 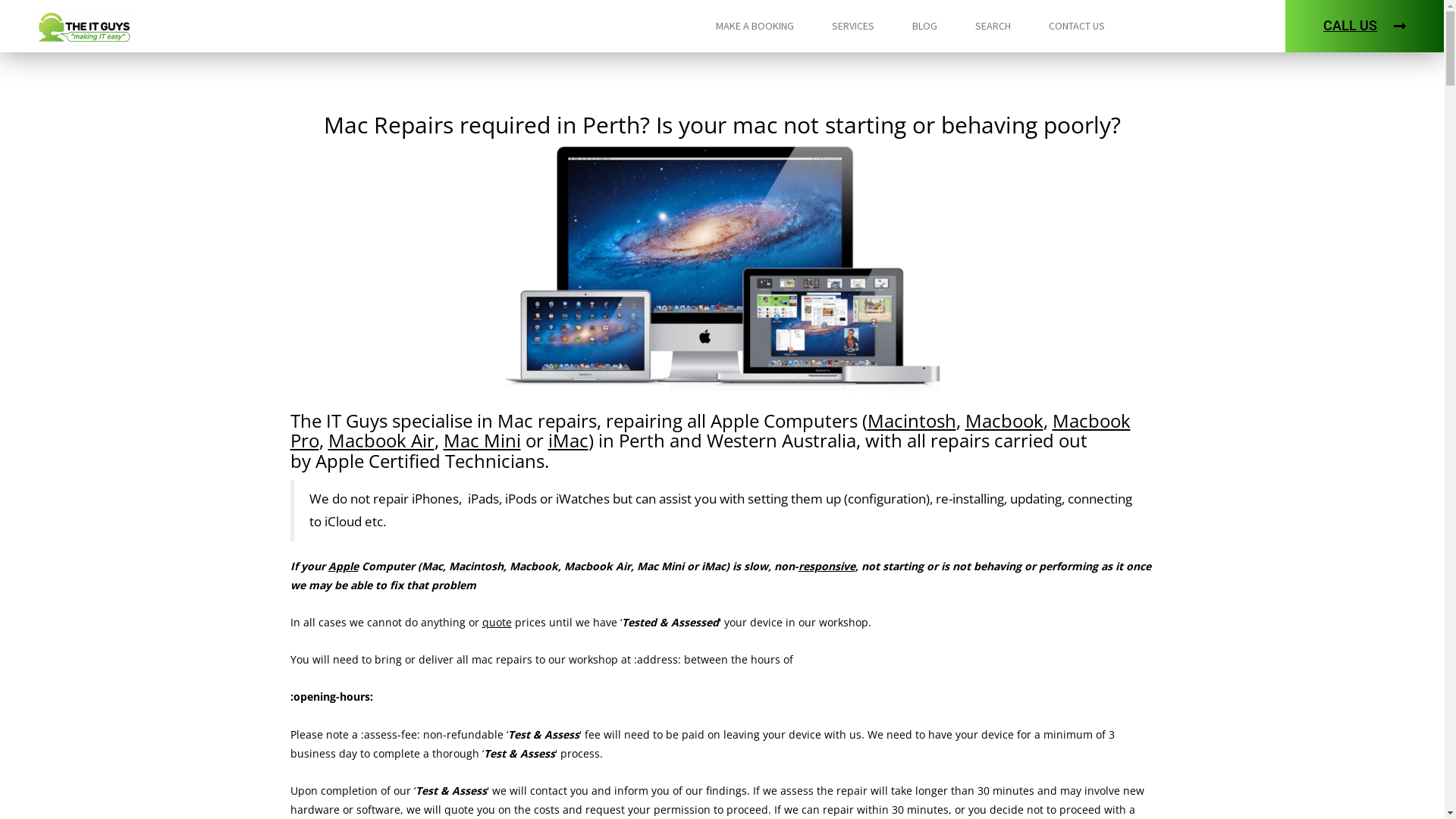 What do you see at coordinates (993, 26) in the screenshot?
I see `'SEARCH'` at bounding box center [993, 26].